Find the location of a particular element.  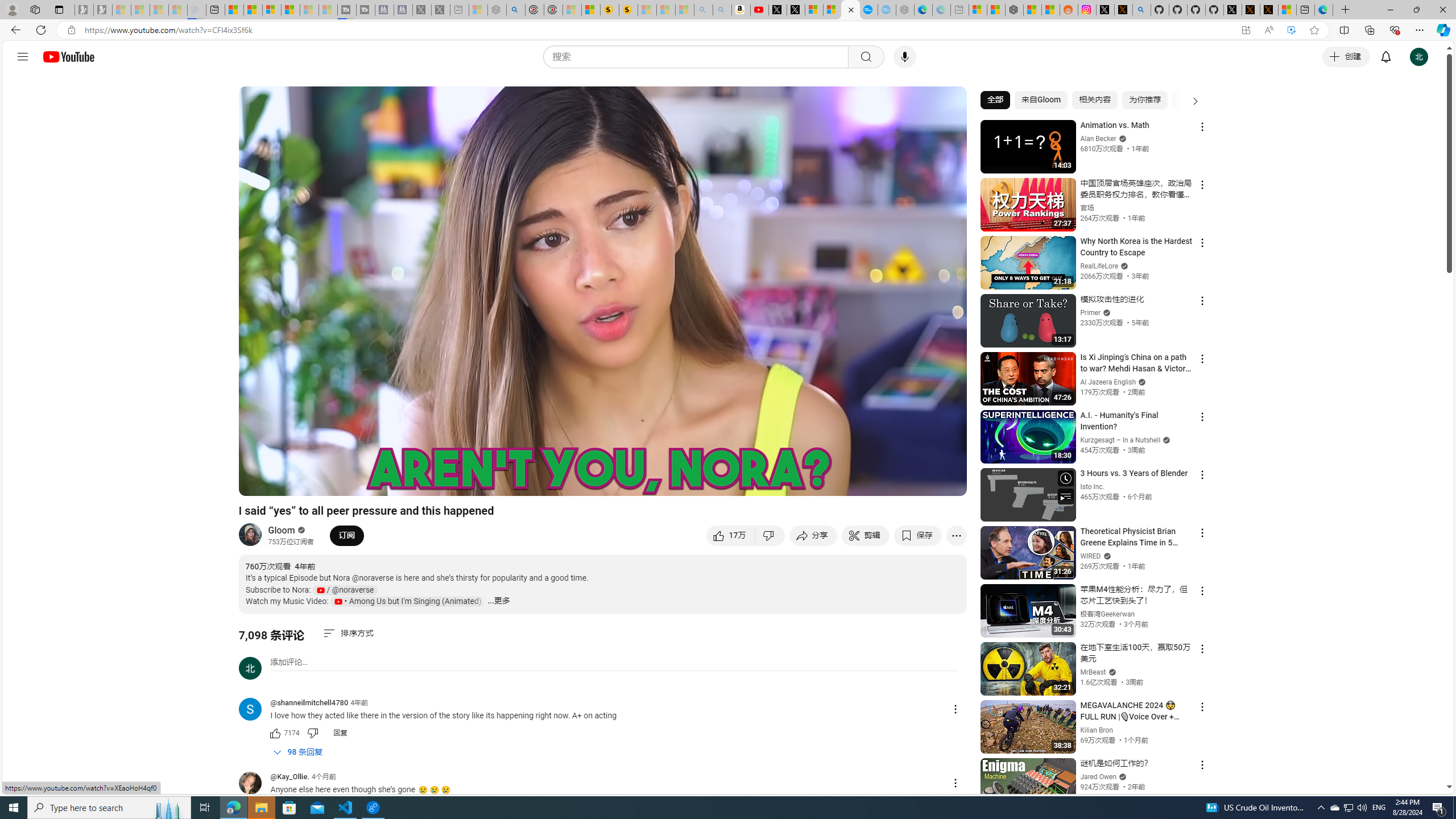

'poe - Search' is located at coordinates (515, 9).